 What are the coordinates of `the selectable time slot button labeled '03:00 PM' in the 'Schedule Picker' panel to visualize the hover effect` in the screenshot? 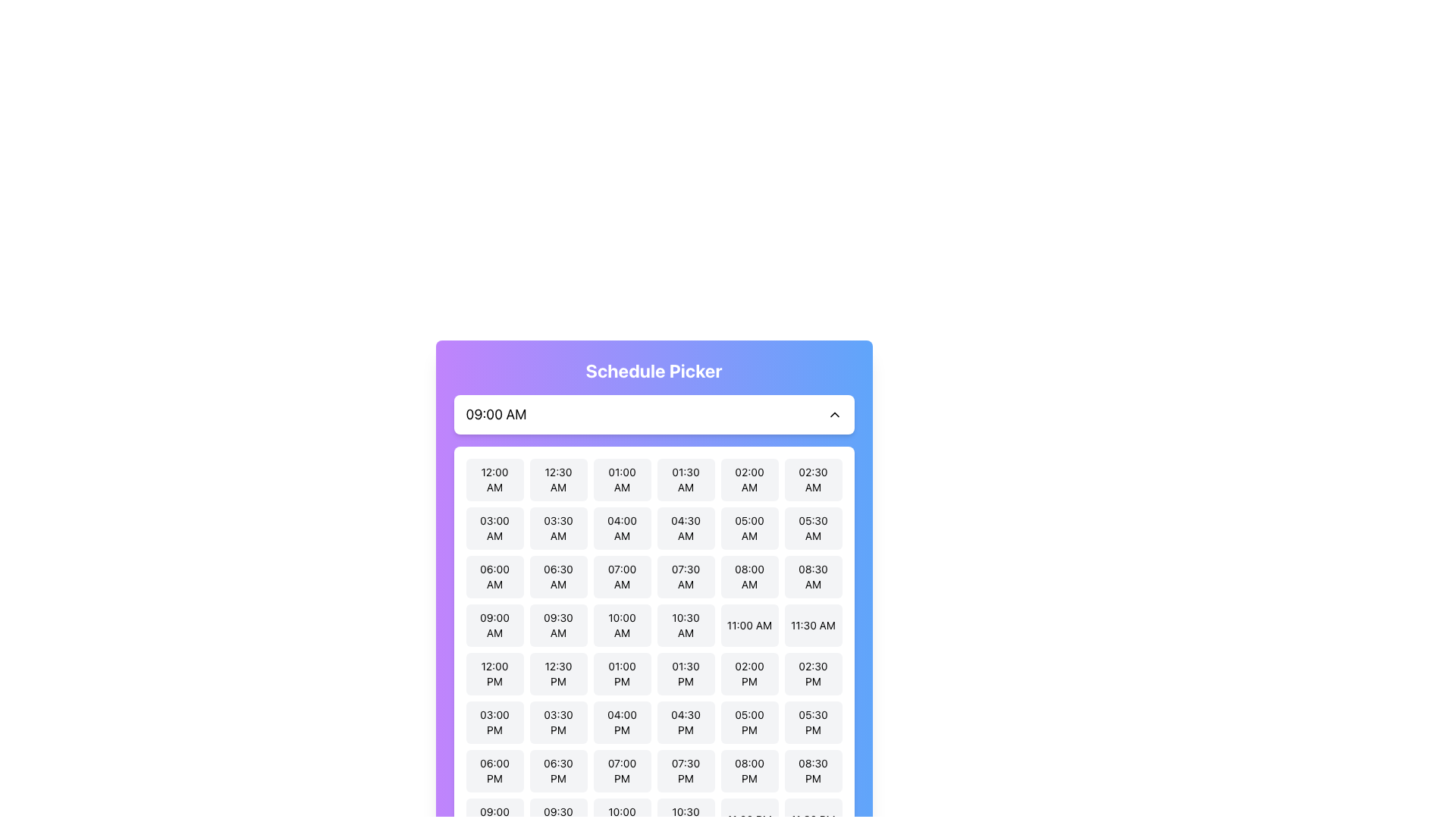 It's located at (494, 721).